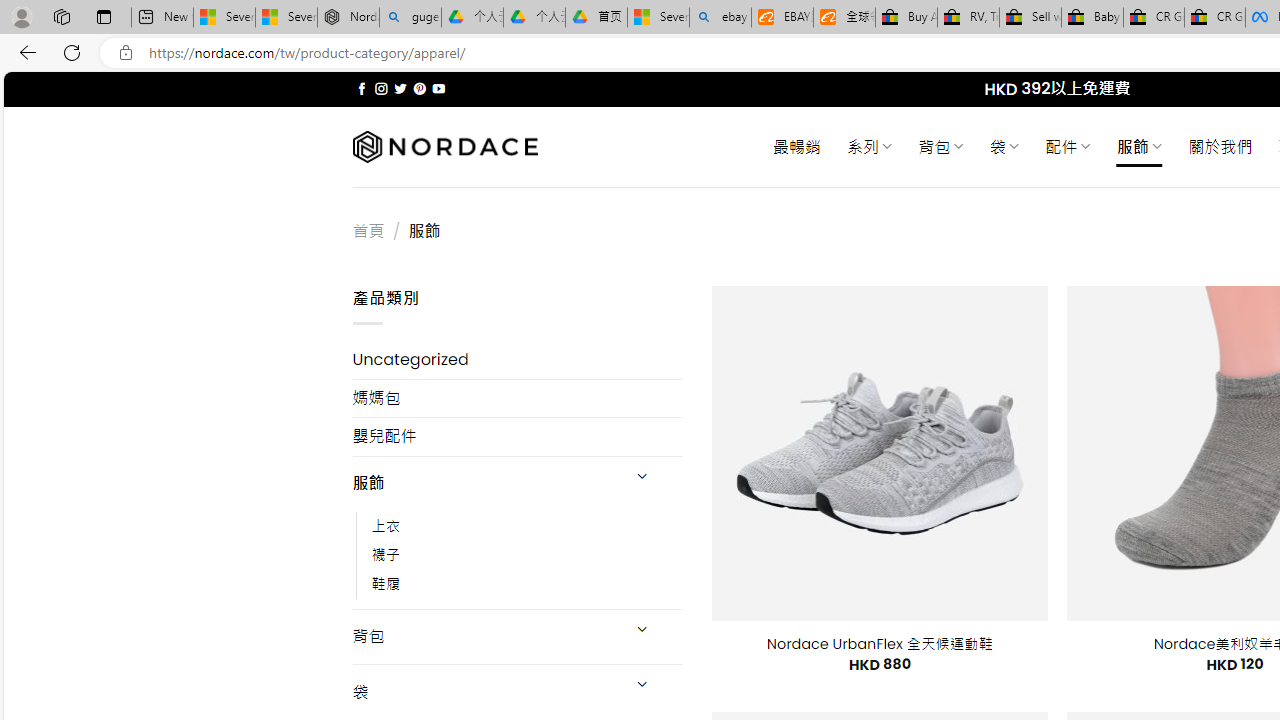 The image size is (1280, 720). What do you see at coordinates (381, 88) in the screenshot?
I see `'Follow on Instagram'` at bounding box center [381, 88].